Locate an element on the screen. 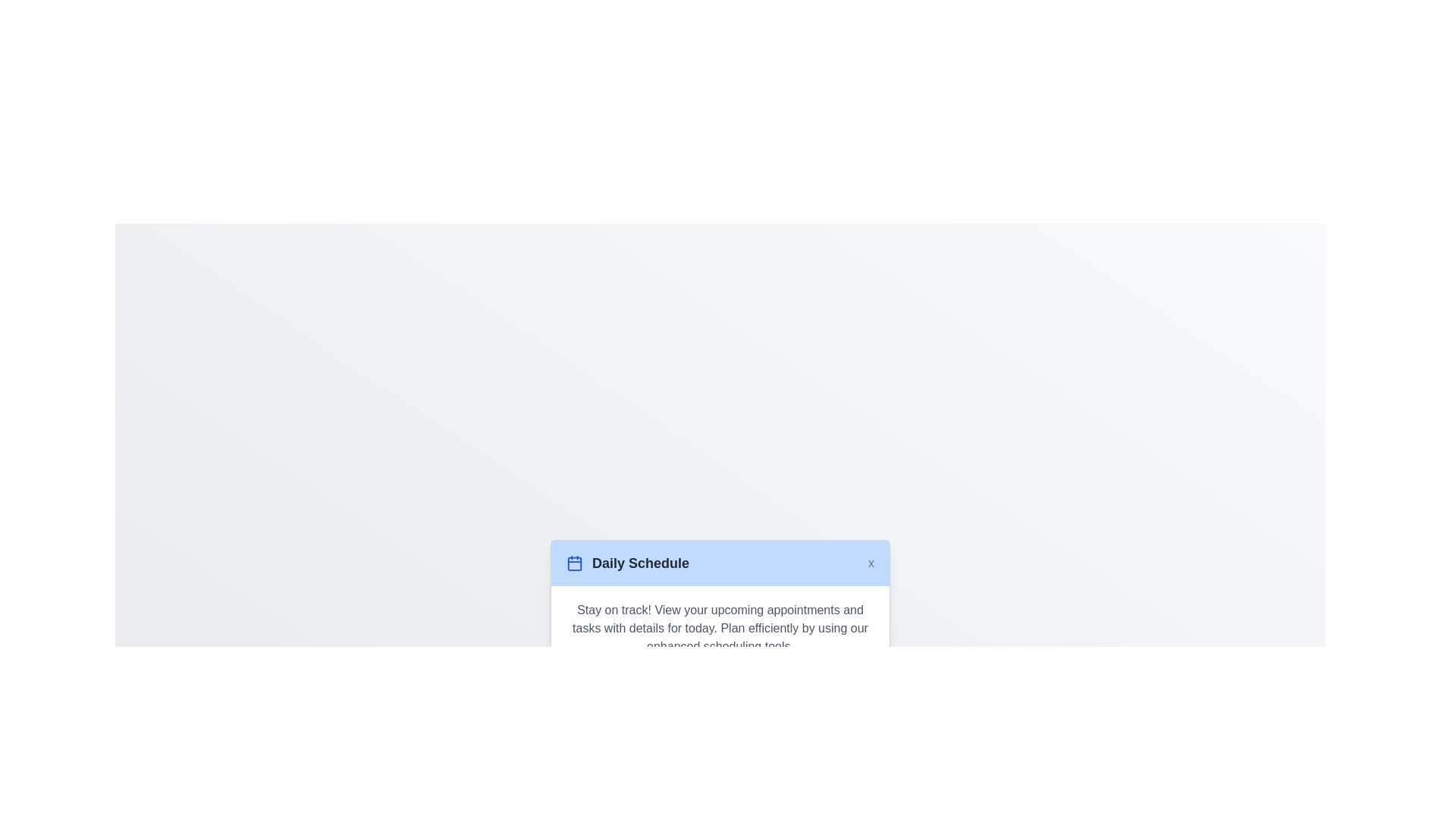 Image resolution: width=1456 pixels, height=819 pixels. the header bar with the 'Daily Schedule' text and close button for interactions if supported is located at coordinates (720, 562).